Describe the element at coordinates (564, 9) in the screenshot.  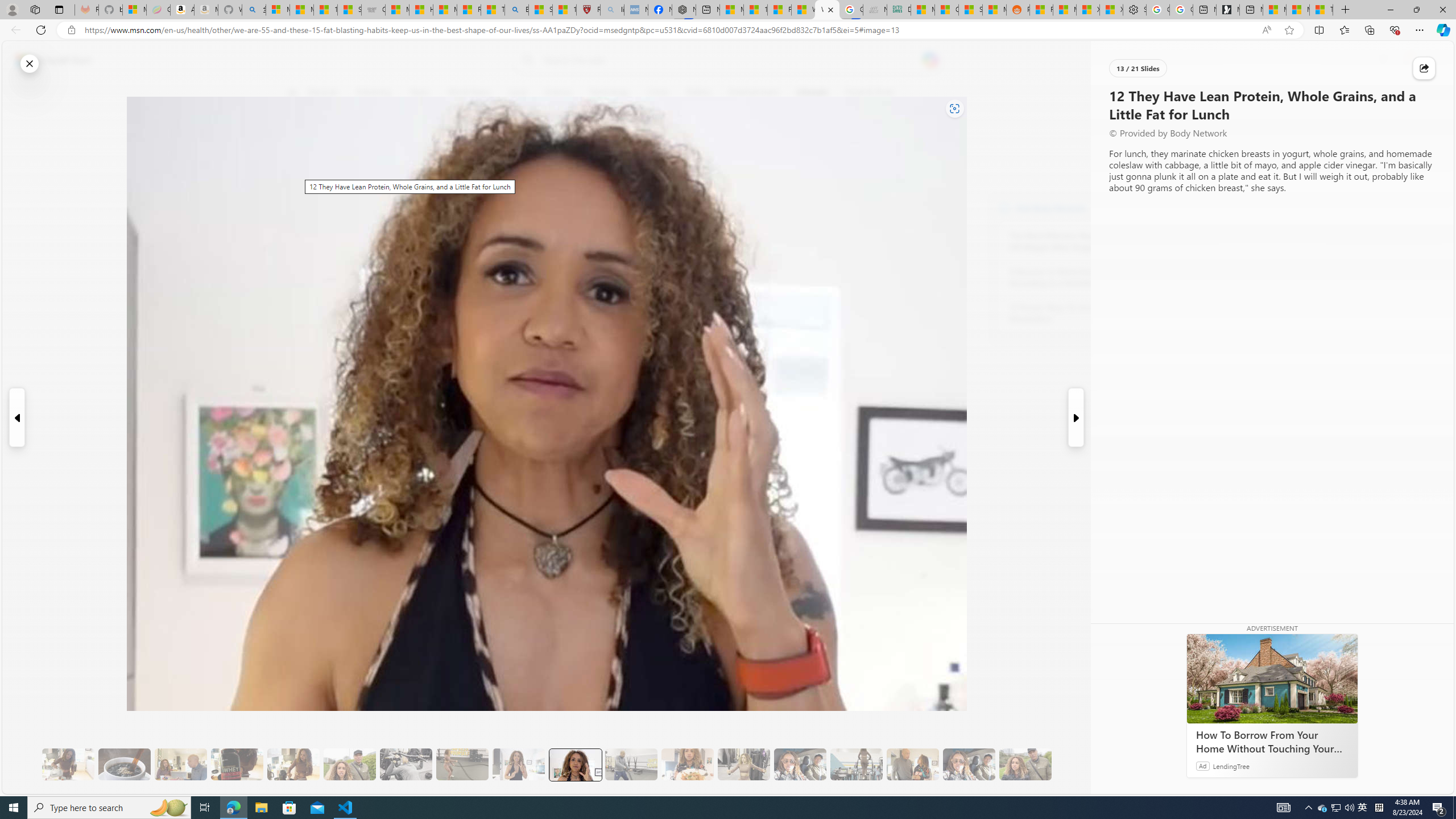
I see `'12 Popular Science Lies that Must be Corrected'` at that location.